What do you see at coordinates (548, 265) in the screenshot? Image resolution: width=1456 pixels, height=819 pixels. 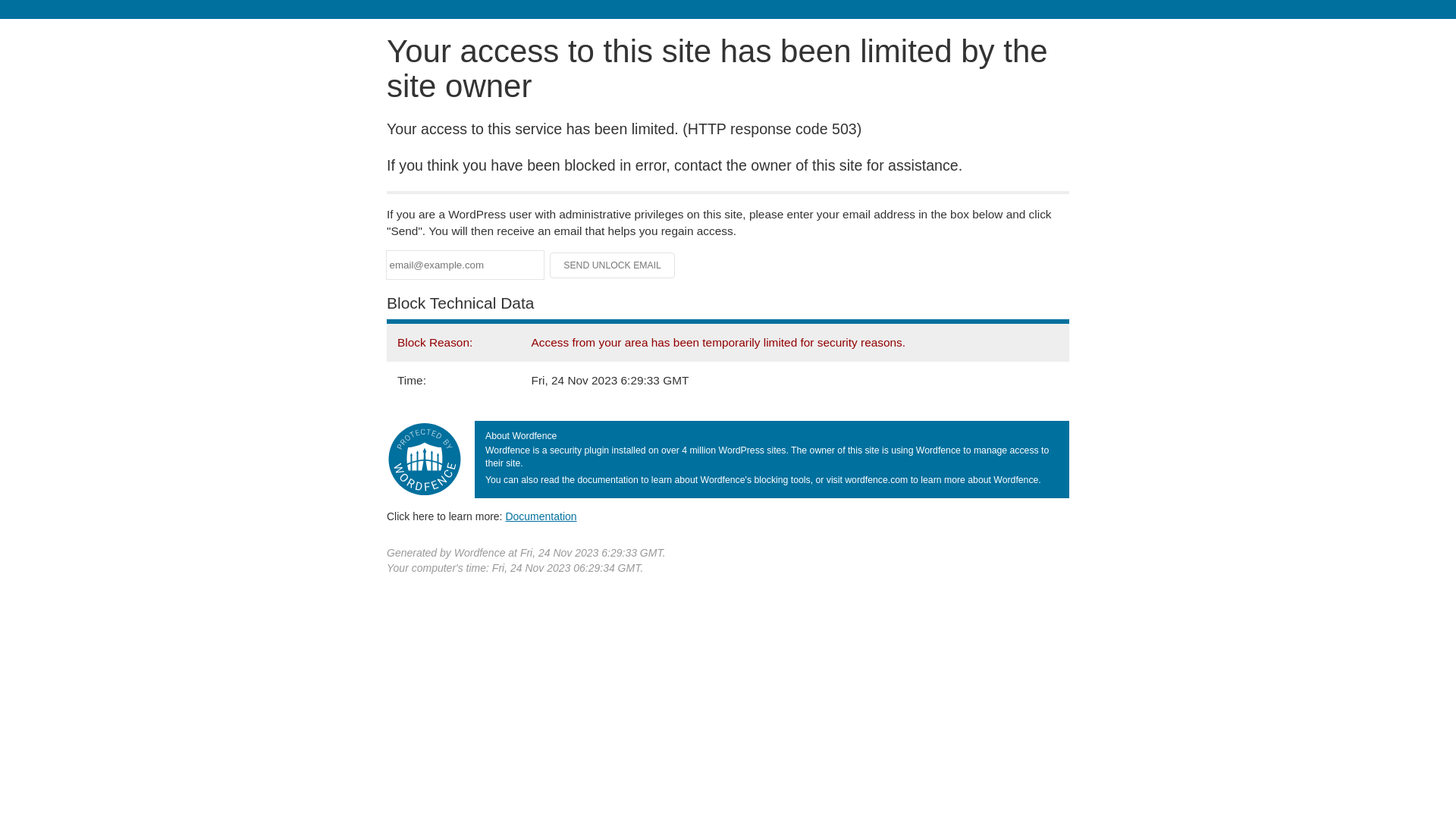 I see `'Send Unlock Email'` at bounding box center [548, 265].